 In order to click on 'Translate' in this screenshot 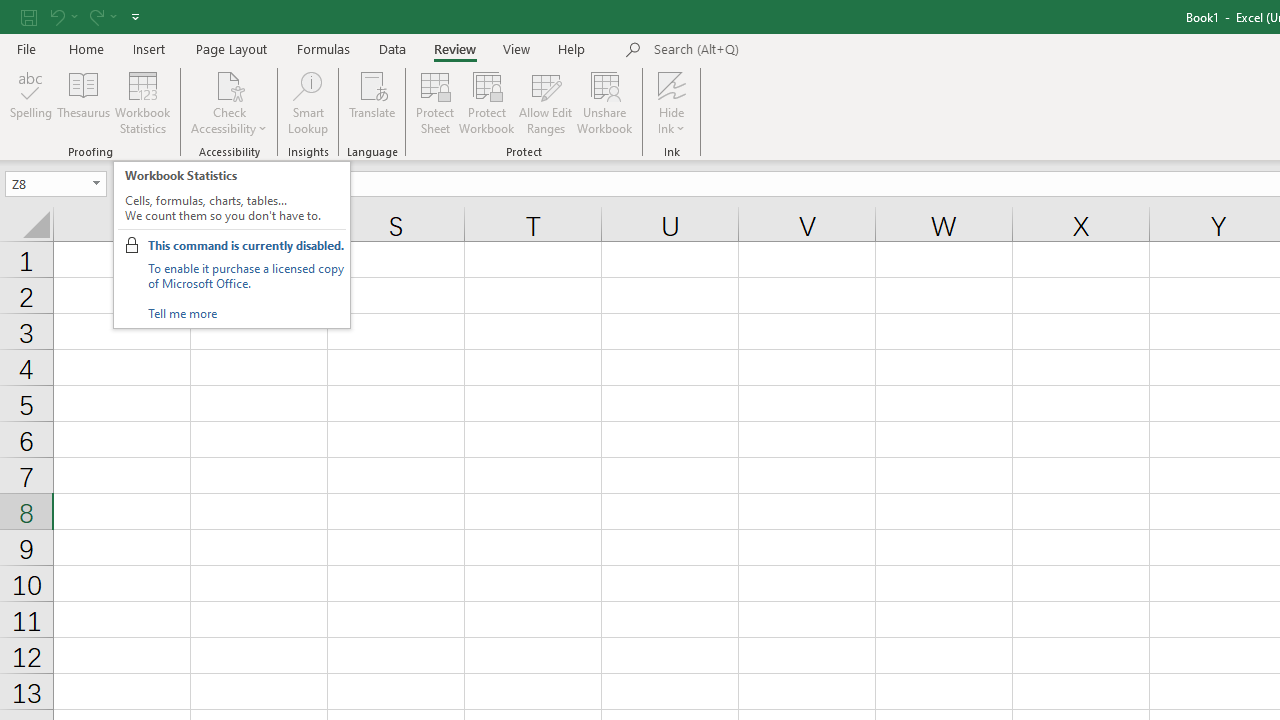, I will do `click(372, 103)`.